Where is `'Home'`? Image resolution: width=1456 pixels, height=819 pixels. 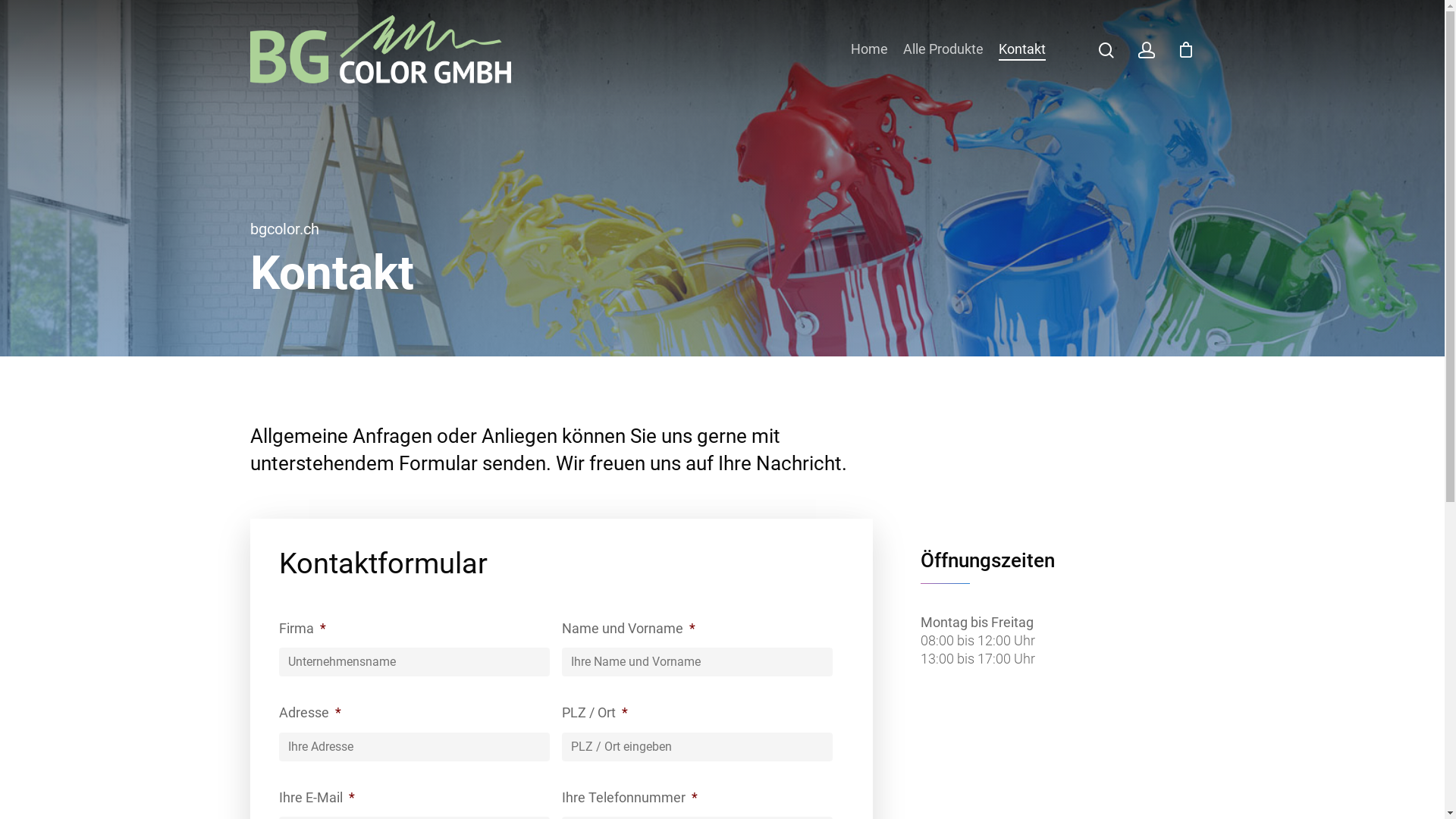 'Home' is located at coordinates (869, 49).